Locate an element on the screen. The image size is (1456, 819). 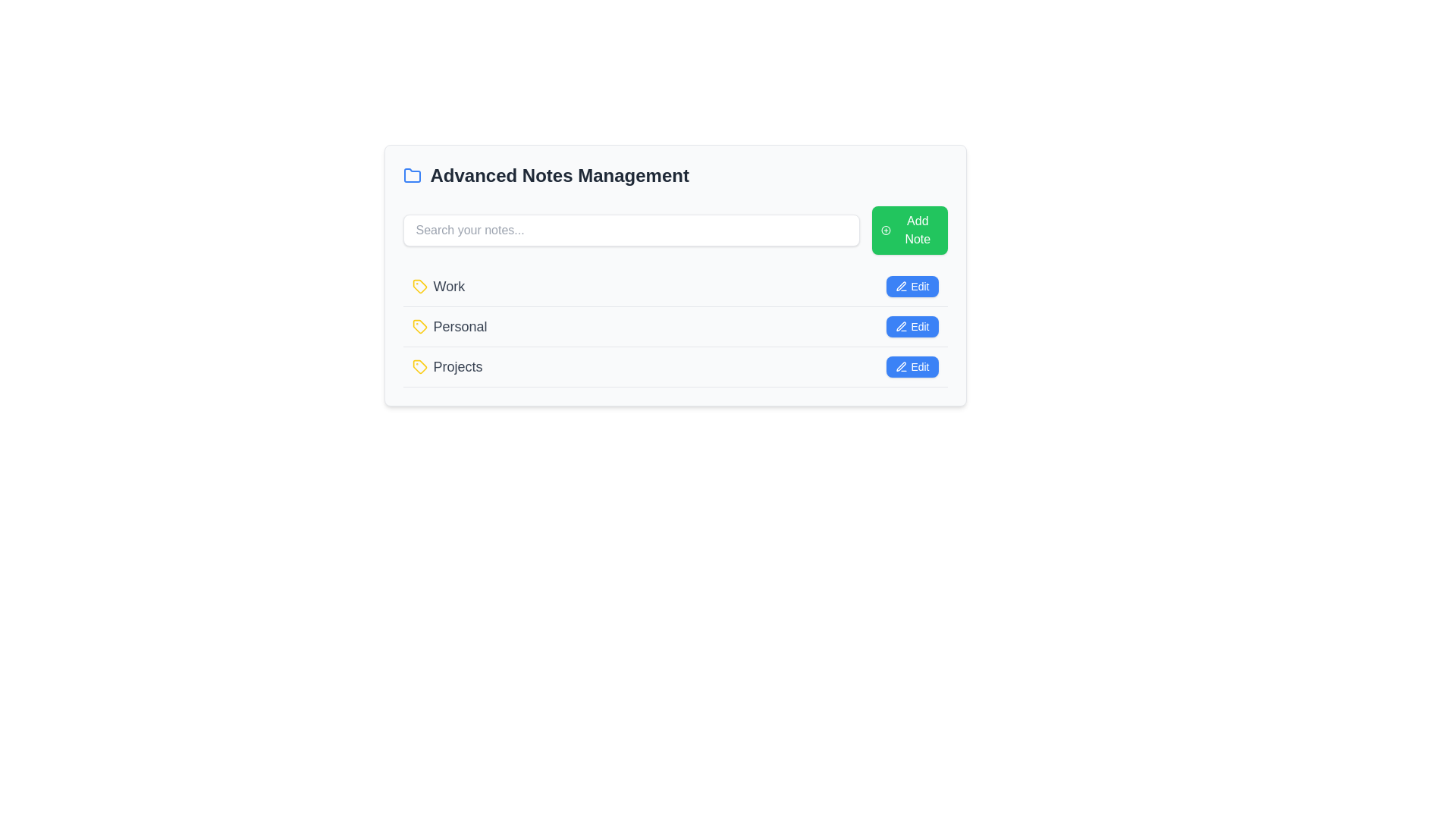
the yellow tag or label icon positioned next to the 'Personal' entry in the notes categories list is located at coordinates (419, 326).